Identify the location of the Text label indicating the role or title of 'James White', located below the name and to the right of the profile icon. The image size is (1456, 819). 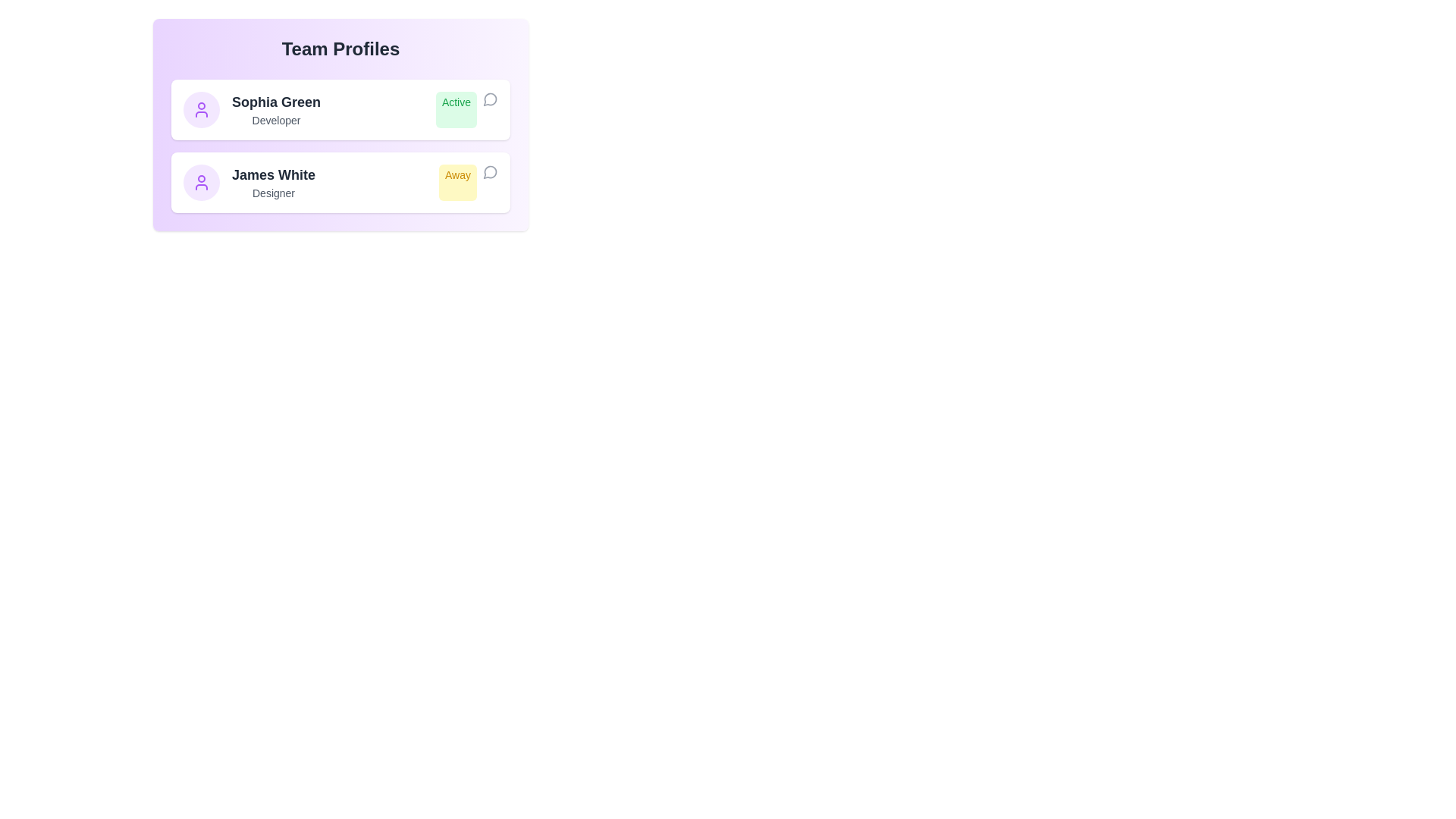
(273, 192).